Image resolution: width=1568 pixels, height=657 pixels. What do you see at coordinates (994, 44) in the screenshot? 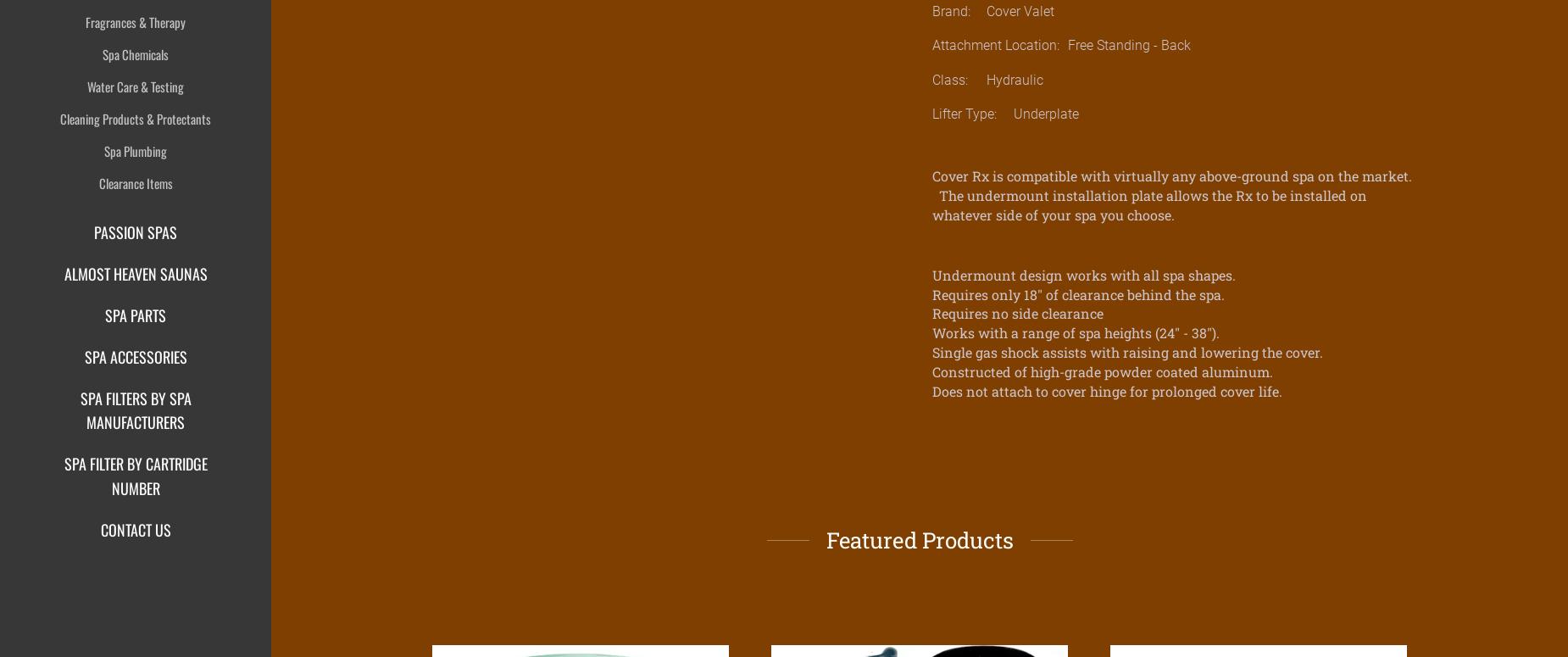
I see `'Attachment Location:'` at bounding box center [994, 44].